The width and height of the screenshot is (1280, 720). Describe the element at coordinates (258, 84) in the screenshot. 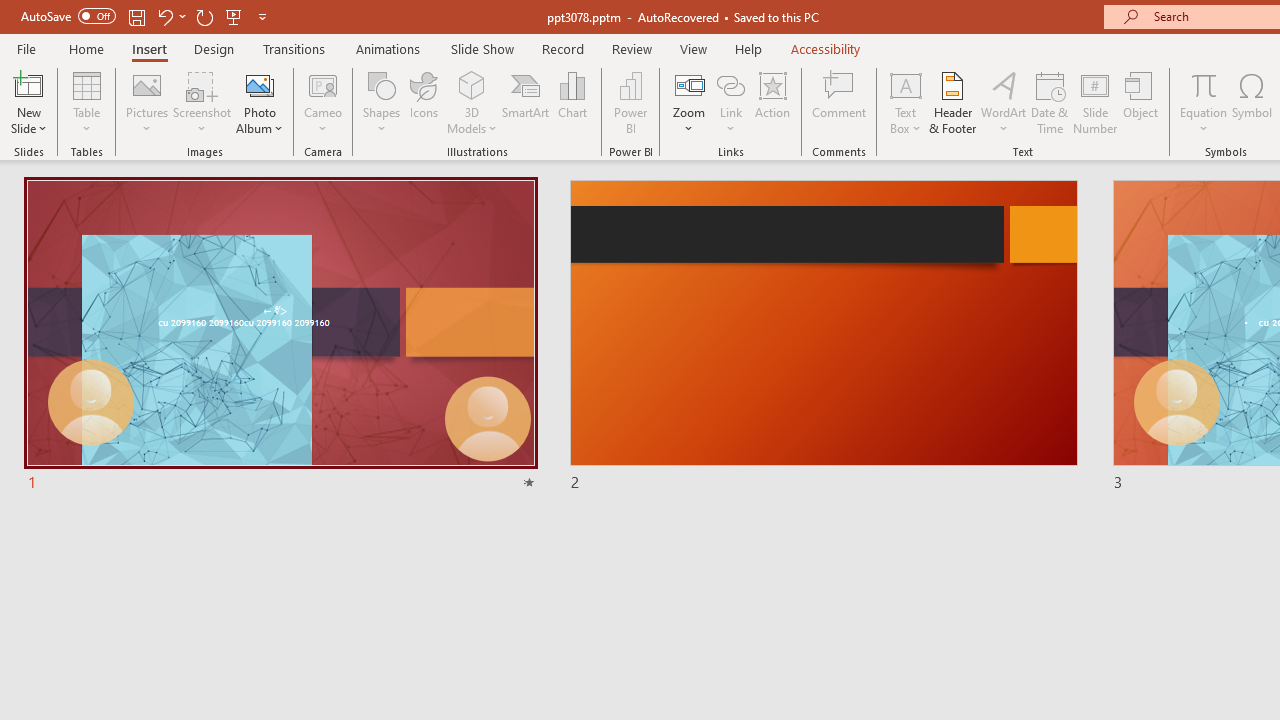

I see `'New Photo Album...'` at that location.